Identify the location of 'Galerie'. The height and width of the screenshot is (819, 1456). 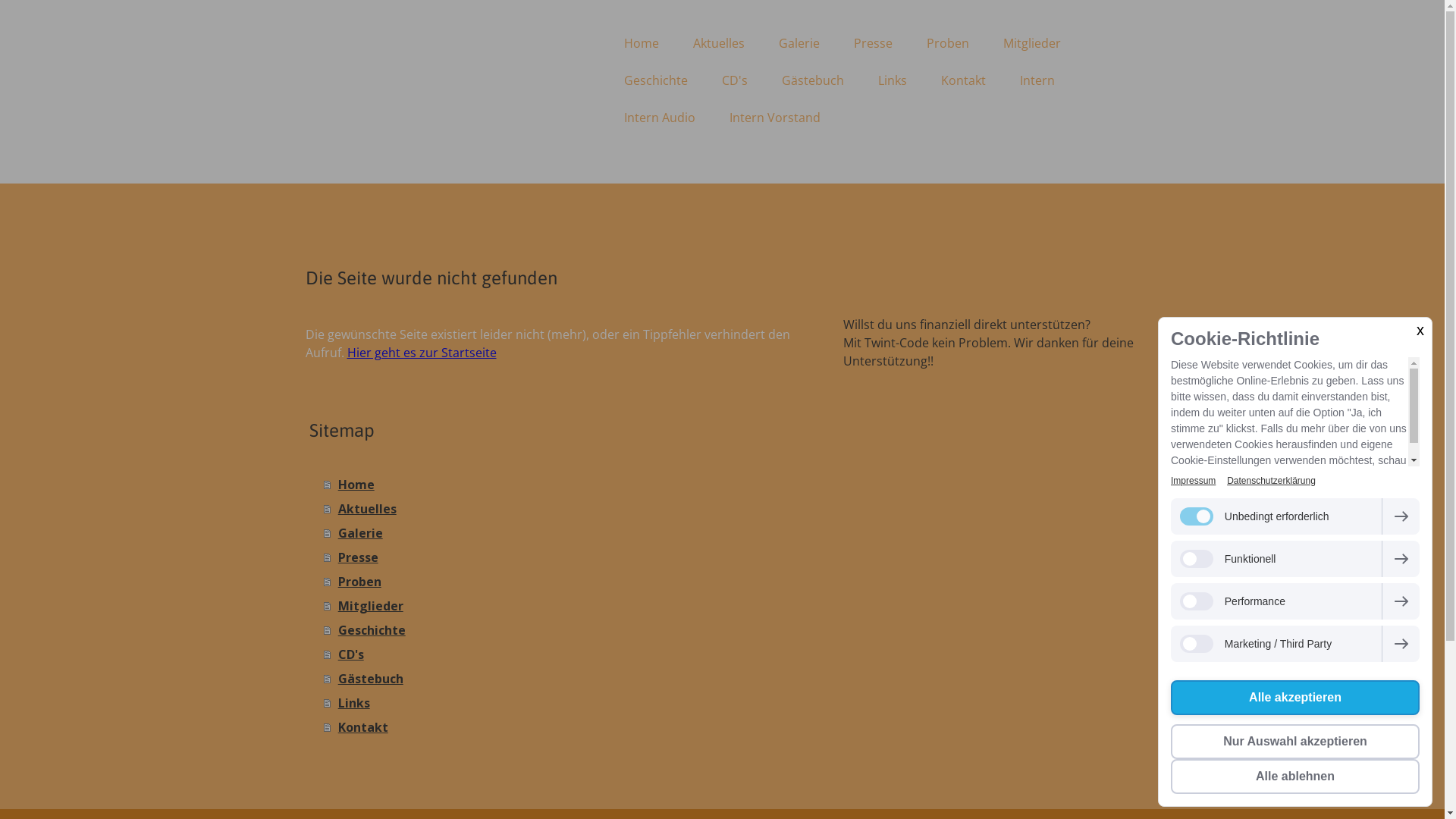
(567, 532).